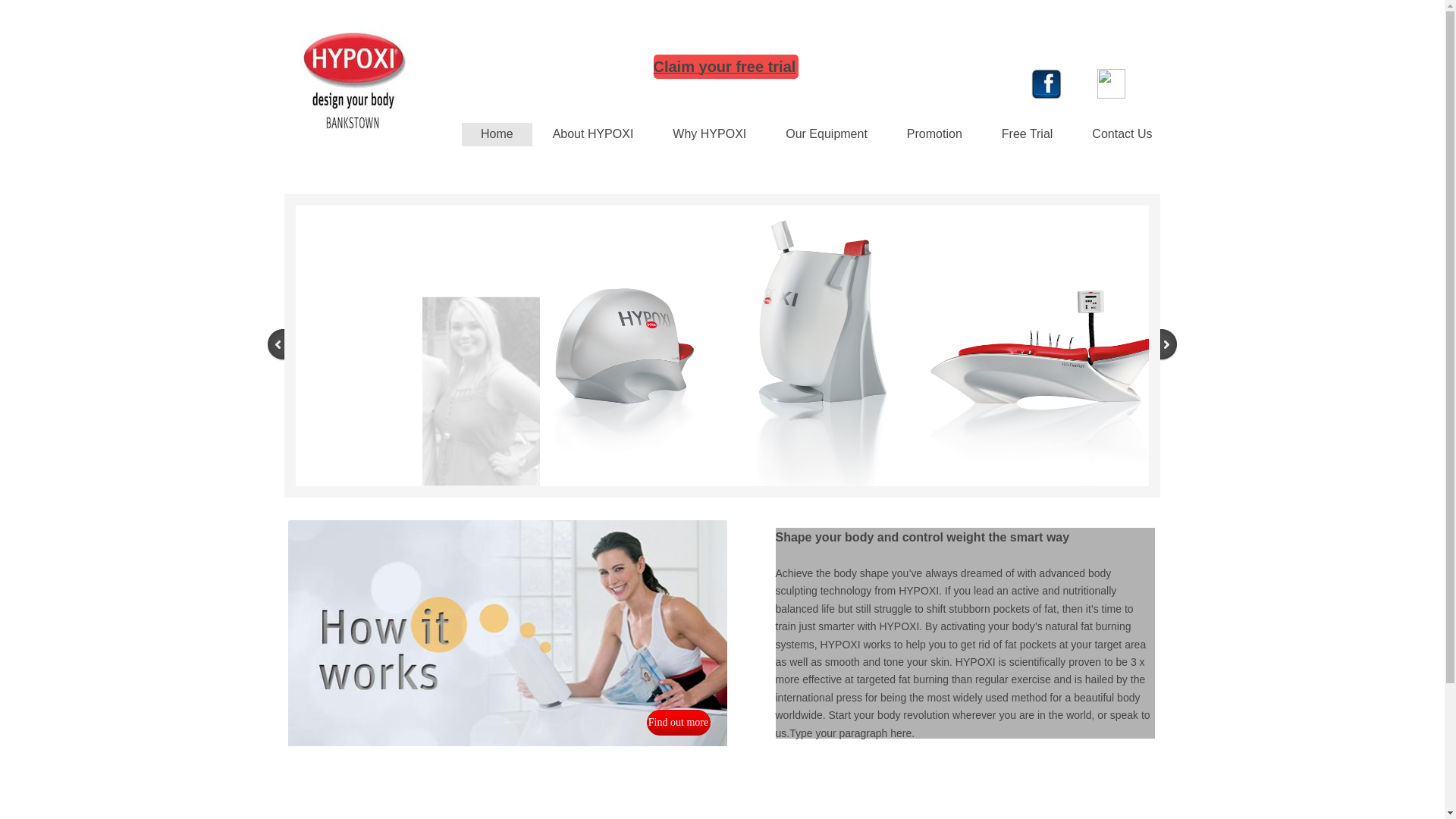 This screenshot has width=1456, height=819. I want to click on 'Our Equipment', so click(825, 133).